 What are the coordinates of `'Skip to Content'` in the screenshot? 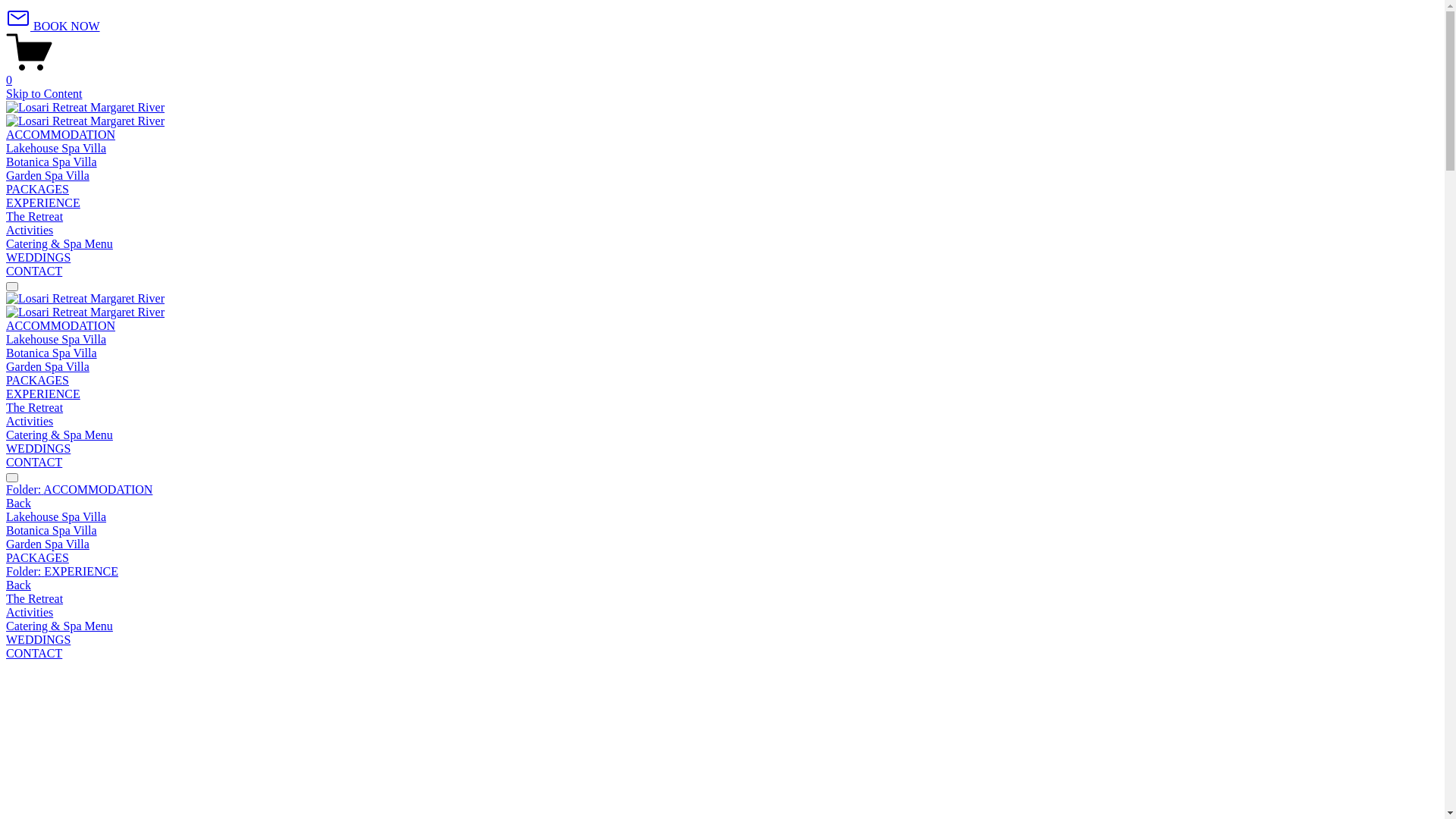 It's located at (6, 93).